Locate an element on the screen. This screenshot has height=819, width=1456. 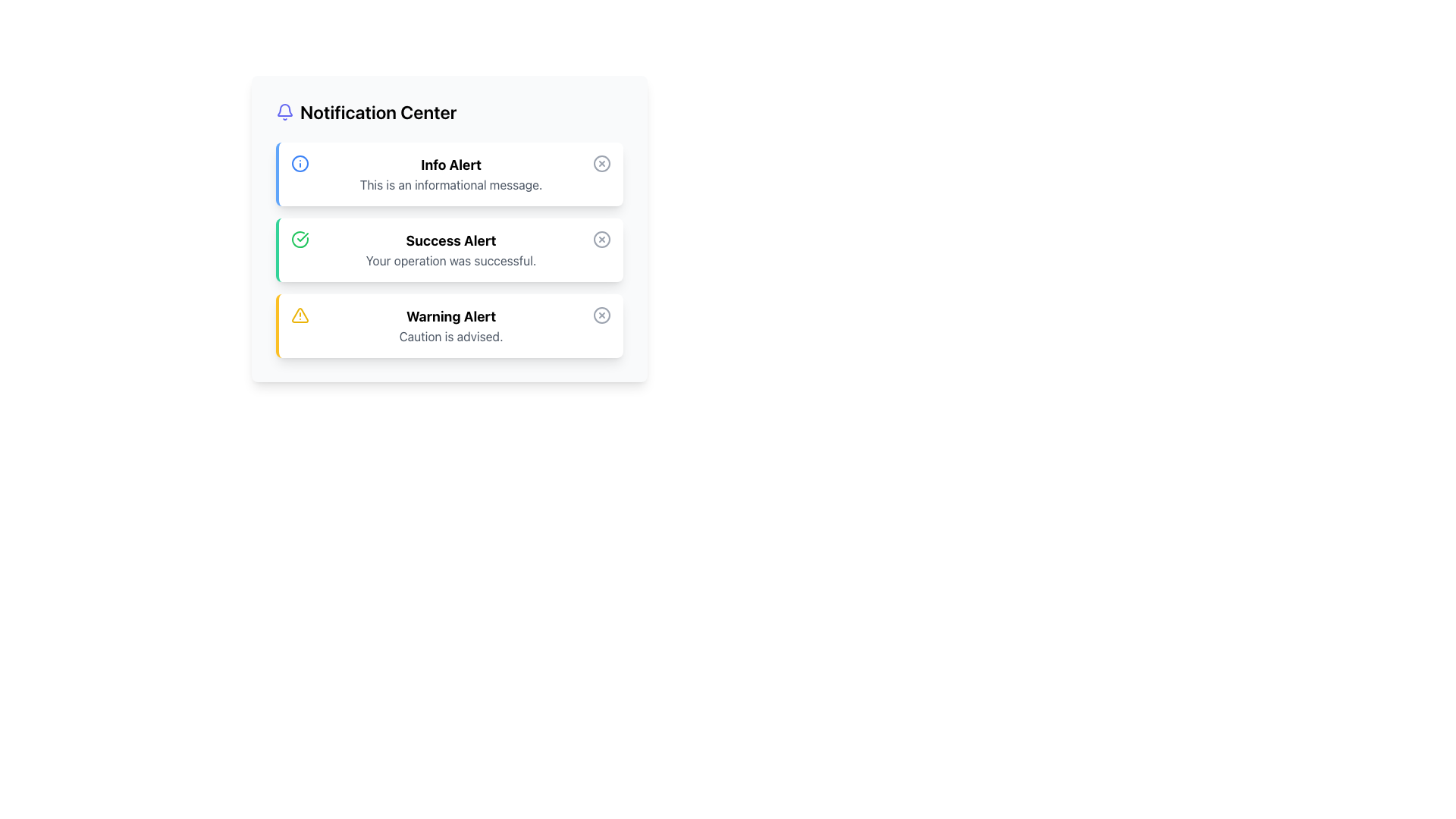
the circular graphical element that is part of the close button icon located in the 'Success Alert' section of the 'Notification Center' is located at coordinates (601, 239).